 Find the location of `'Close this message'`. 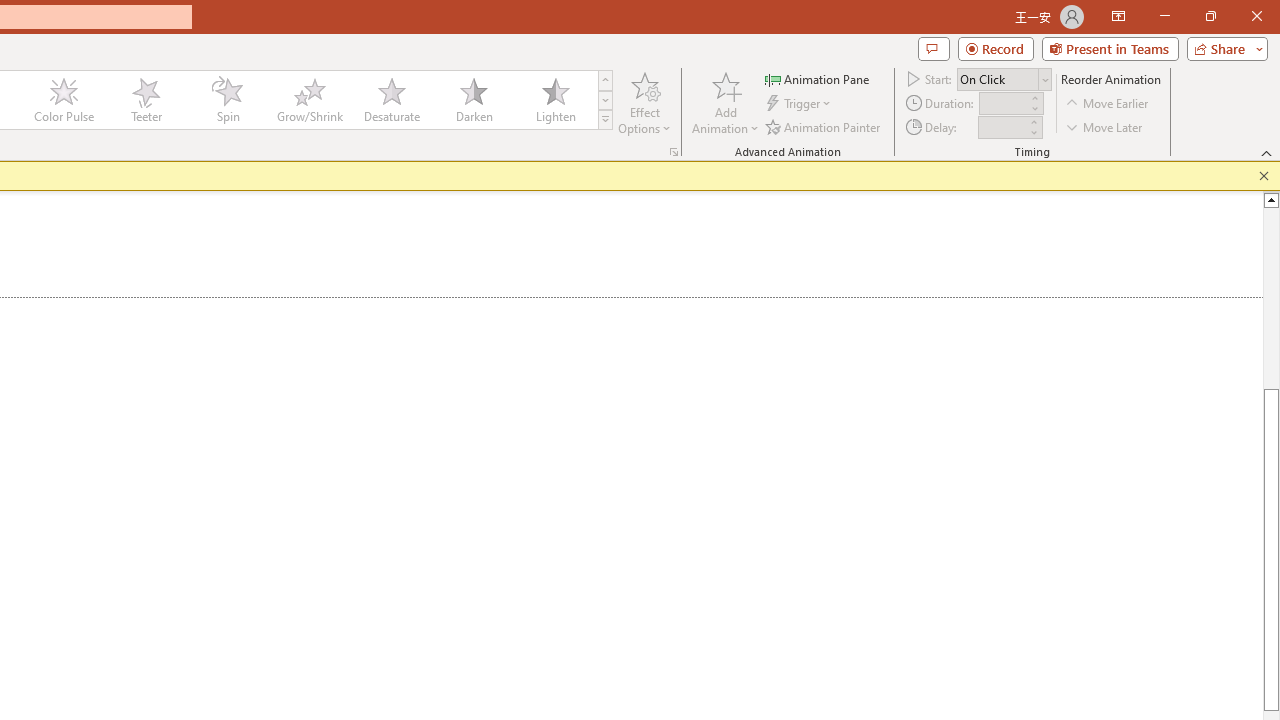

'Close this message' is located at coordinates (1263, 175).